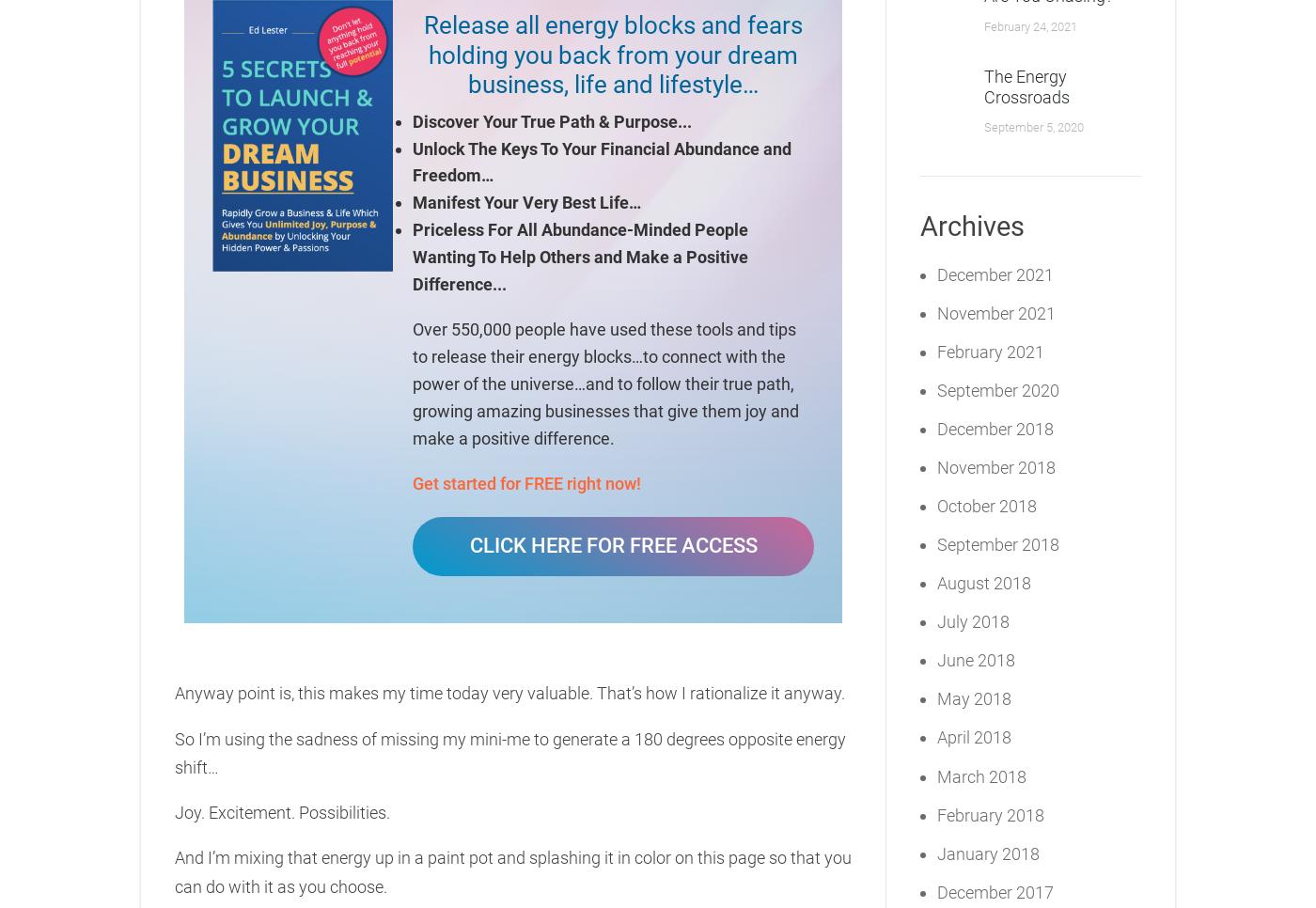  Describe the element at coordinates (936, 736) in the screenshot. I see `'April 2018'` at that location.